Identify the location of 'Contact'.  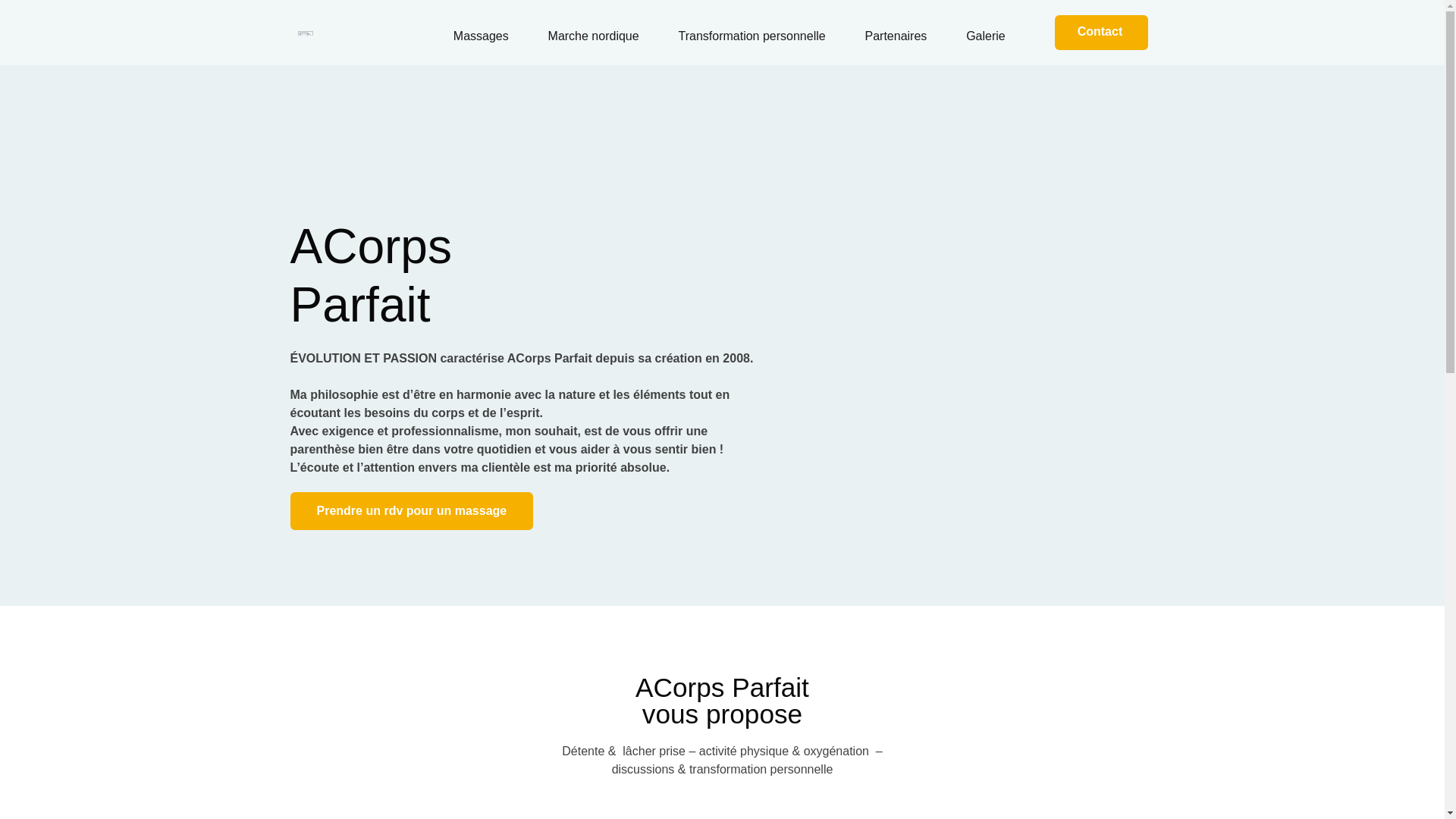
(1102, 32).